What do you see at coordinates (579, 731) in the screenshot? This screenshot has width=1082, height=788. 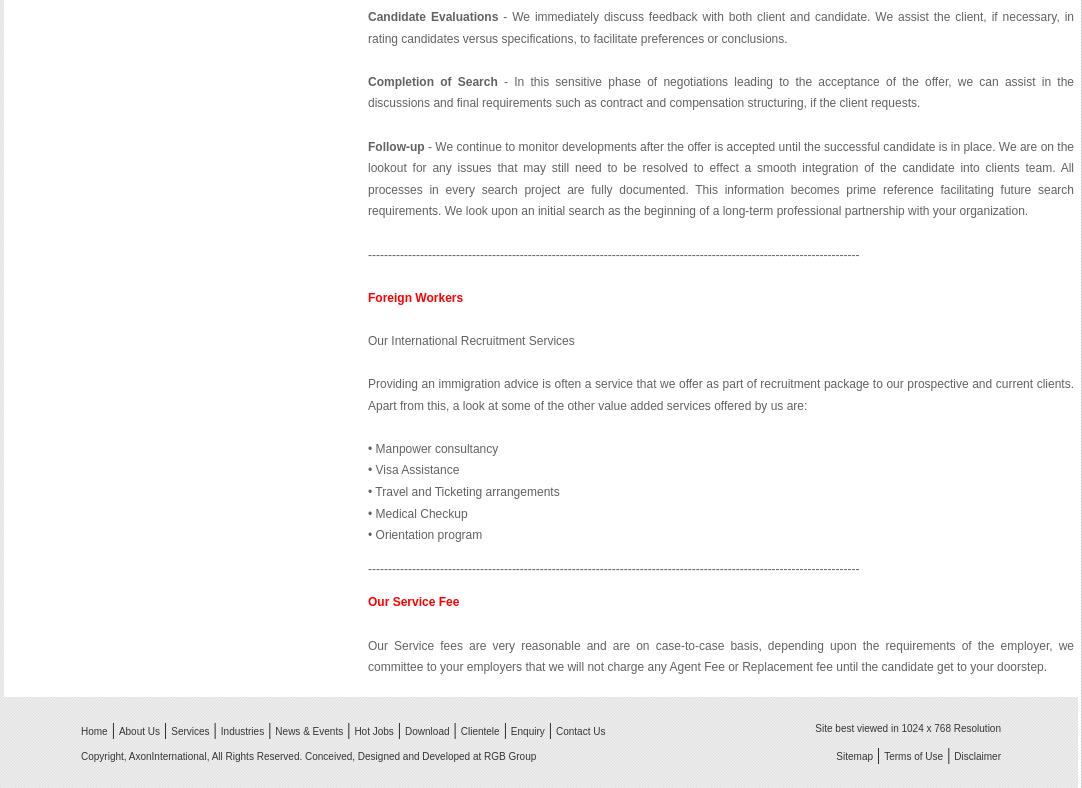 I see `'Contact Us'` at bounding box center [579, 731].